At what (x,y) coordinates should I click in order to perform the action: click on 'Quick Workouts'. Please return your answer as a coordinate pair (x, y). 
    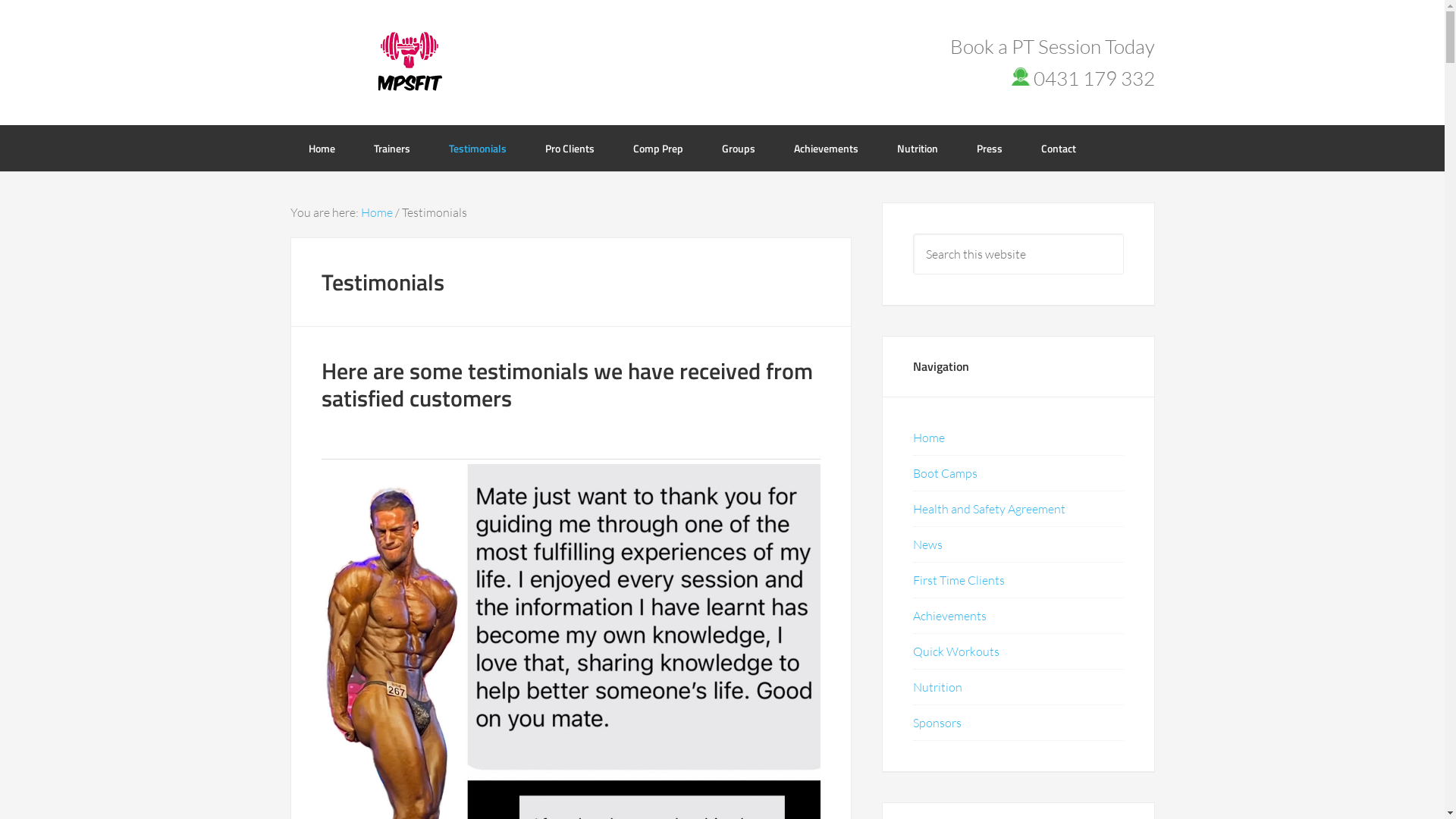
    Looking at the image, I should click on (912, 651).